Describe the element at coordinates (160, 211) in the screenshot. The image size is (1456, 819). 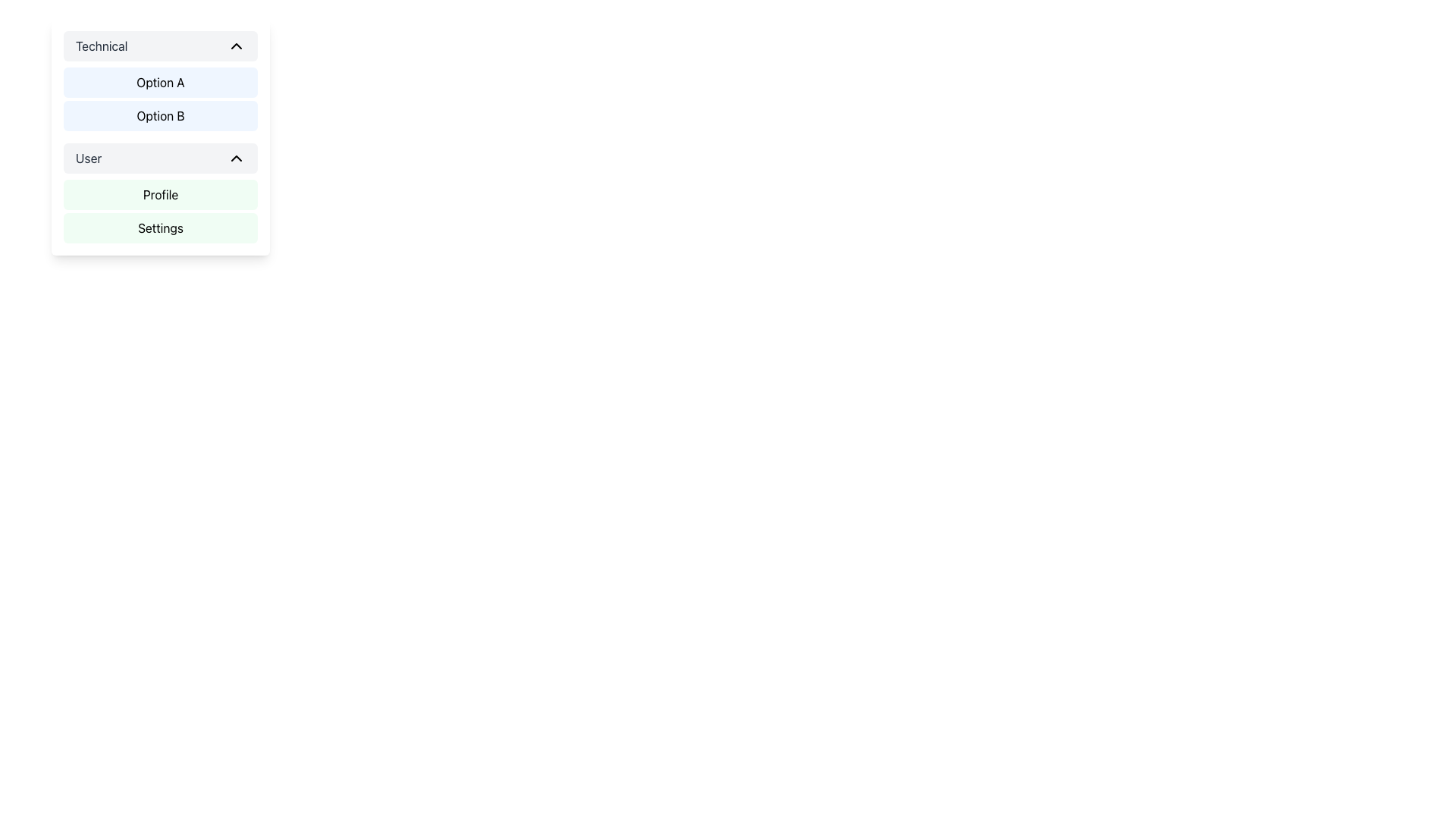
I see `the 'Profile' section of the User menu located under the Technical section` at that location.